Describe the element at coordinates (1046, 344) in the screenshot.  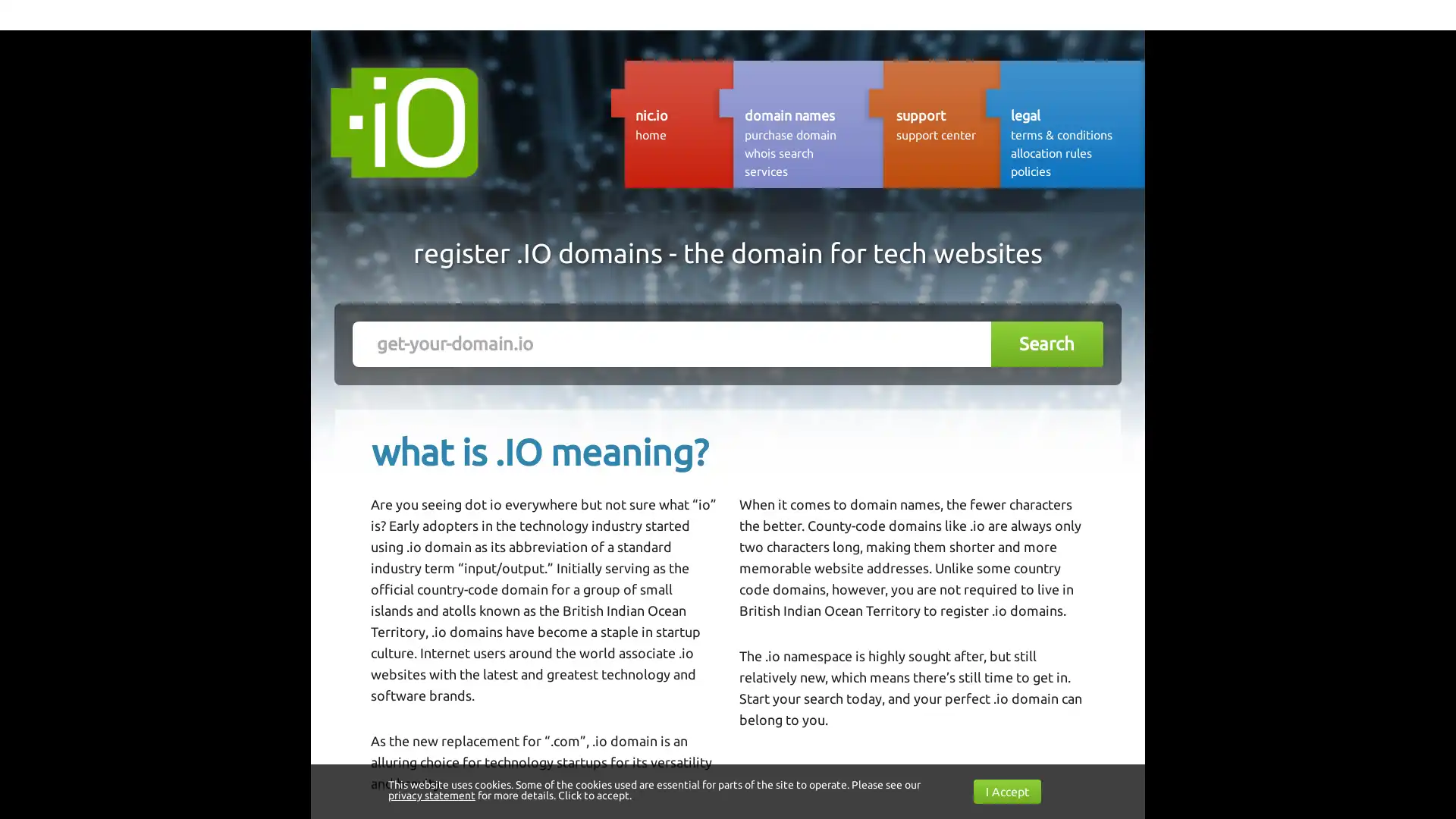
I see `Search` at that location.